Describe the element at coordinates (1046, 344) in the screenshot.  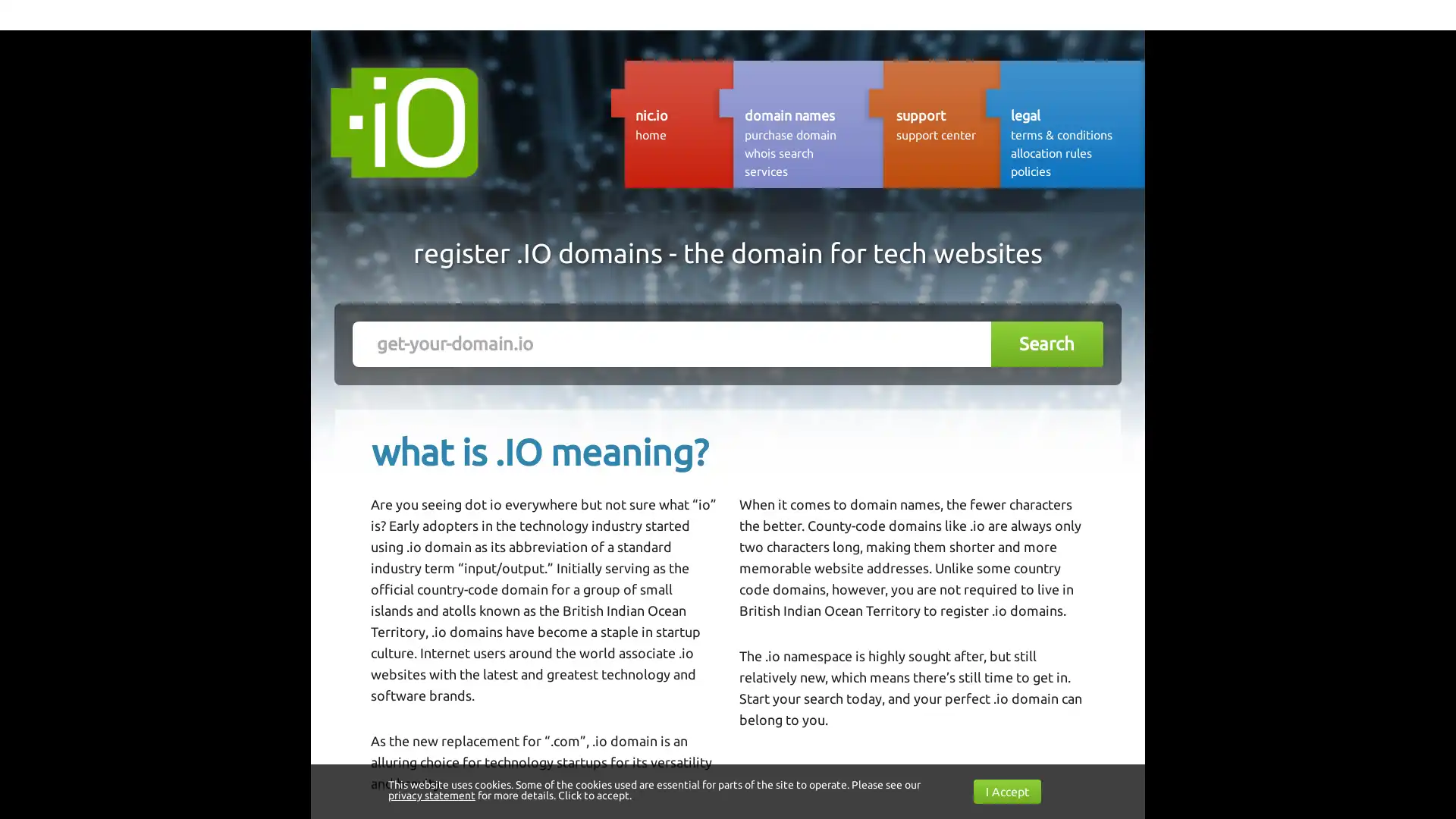
I see `Search` at that location.